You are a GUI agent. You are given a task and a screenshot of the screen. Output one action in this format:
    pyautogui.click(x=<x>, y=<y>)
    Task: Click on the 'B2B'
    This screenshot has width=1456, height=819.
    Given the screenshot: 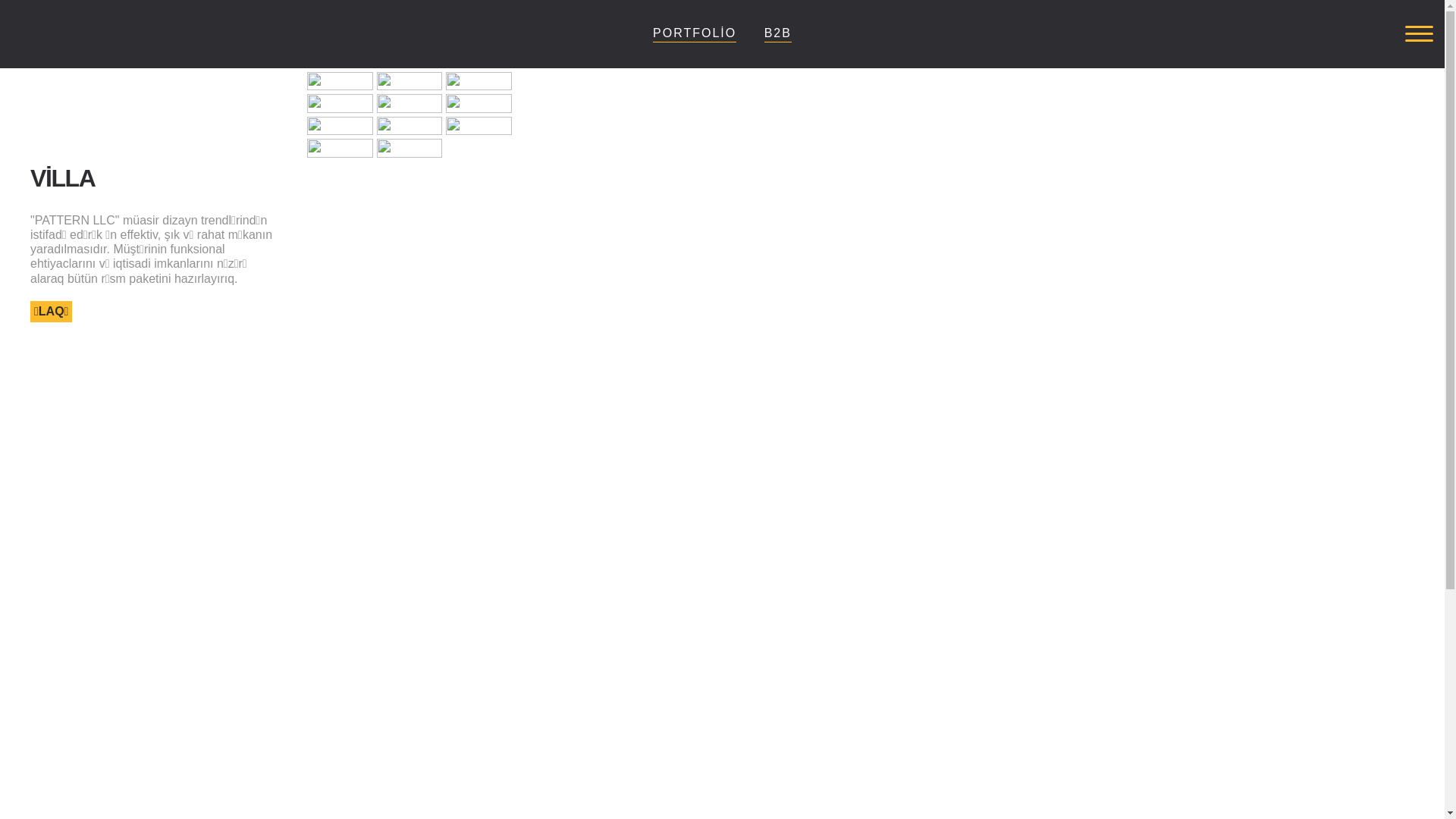 What is the action you would take?
    pyautogui.click(x=778, y=33)
    